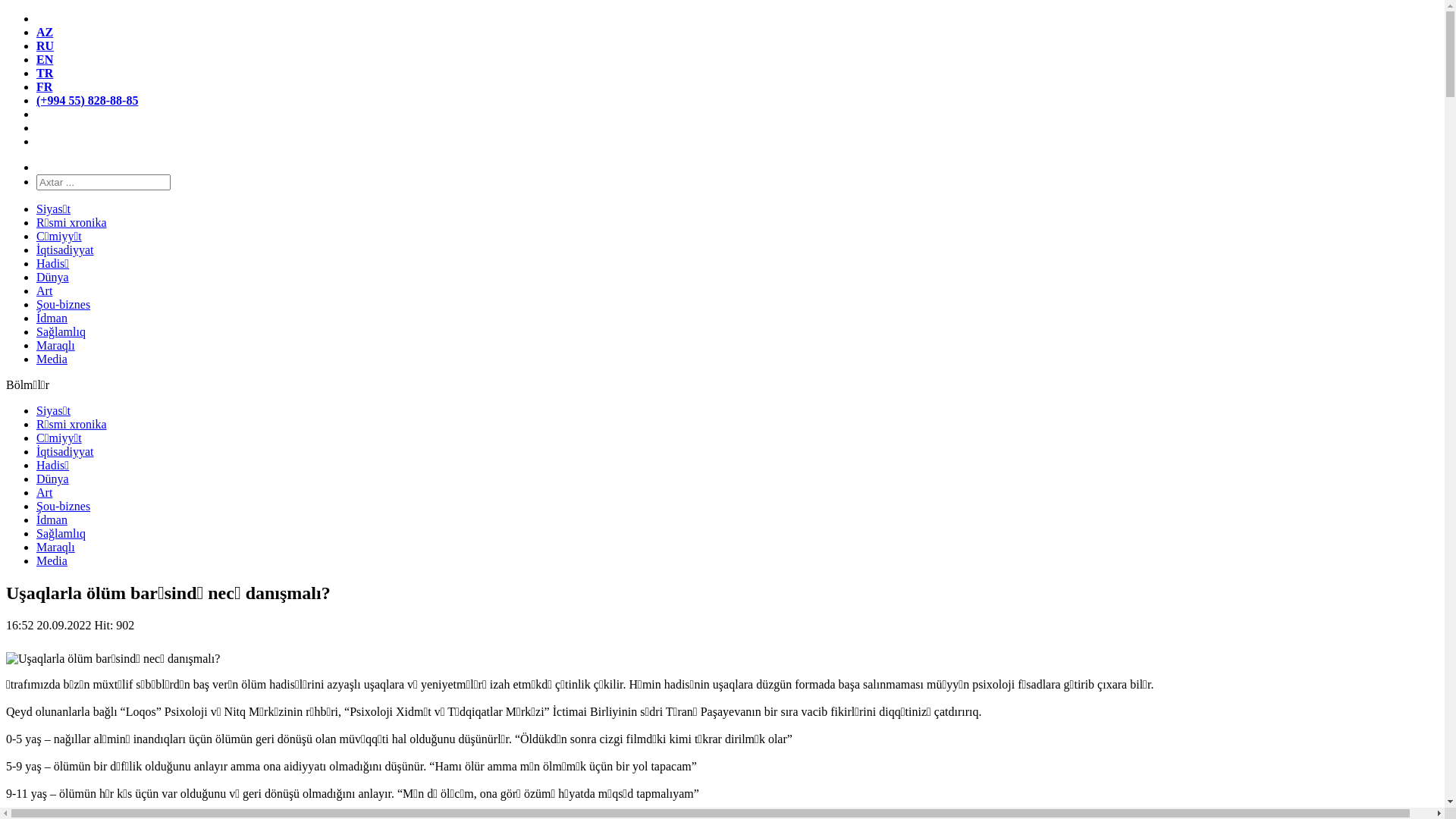  What do you see at coordinates (36, 100) in the screenshot?
I see `'(+994 55) 828-88-85'` at bounding box center [36, 100].